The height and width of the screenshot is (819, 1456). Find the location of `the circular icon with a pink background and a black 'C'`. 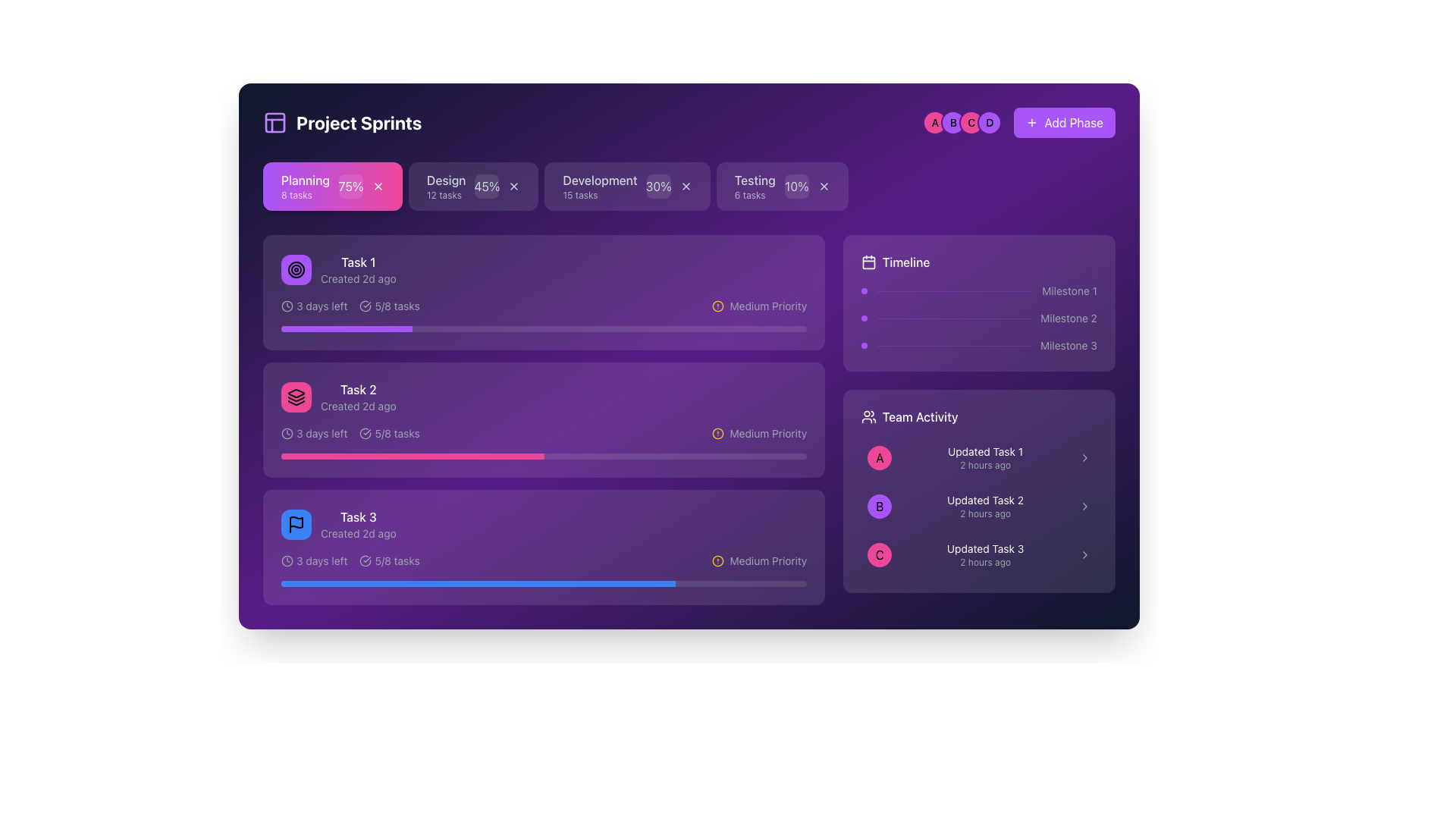

the circular icon with a pink background and a black 'C' is located at coordinates (880, 555).